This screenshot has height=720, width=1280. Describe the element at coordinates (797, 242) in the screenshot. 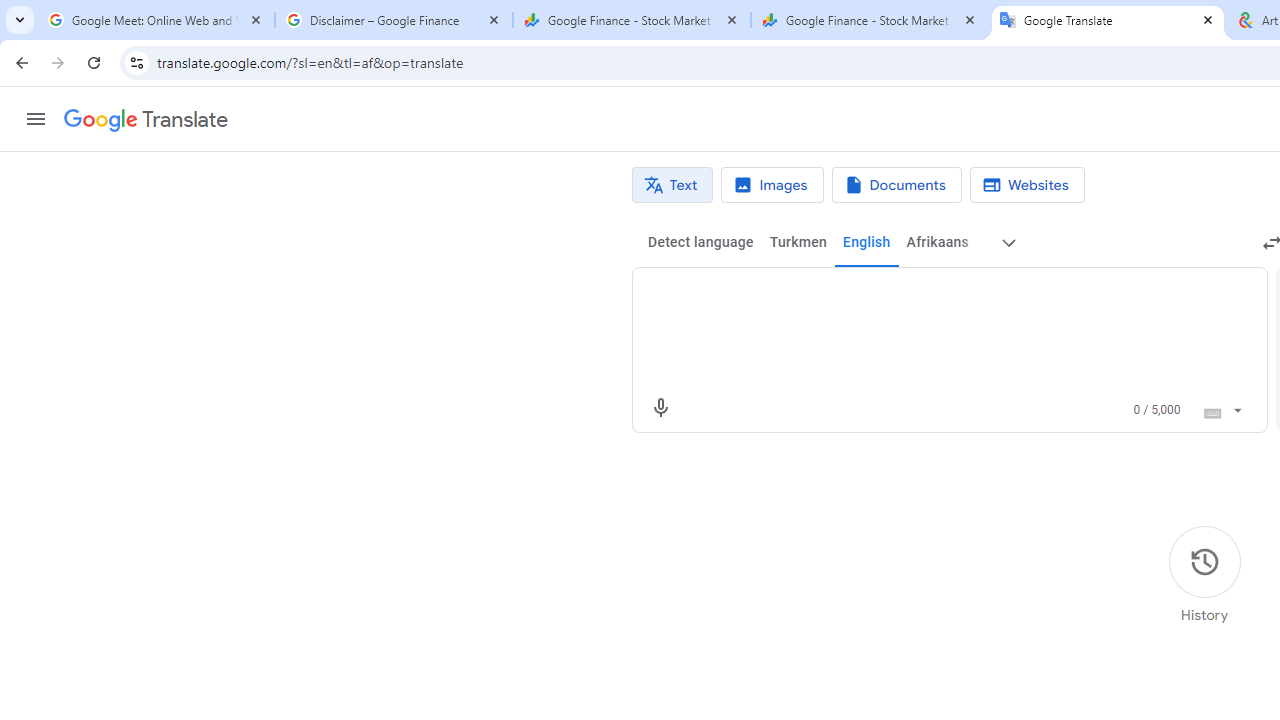

I see `'Turkmen'` at that location.